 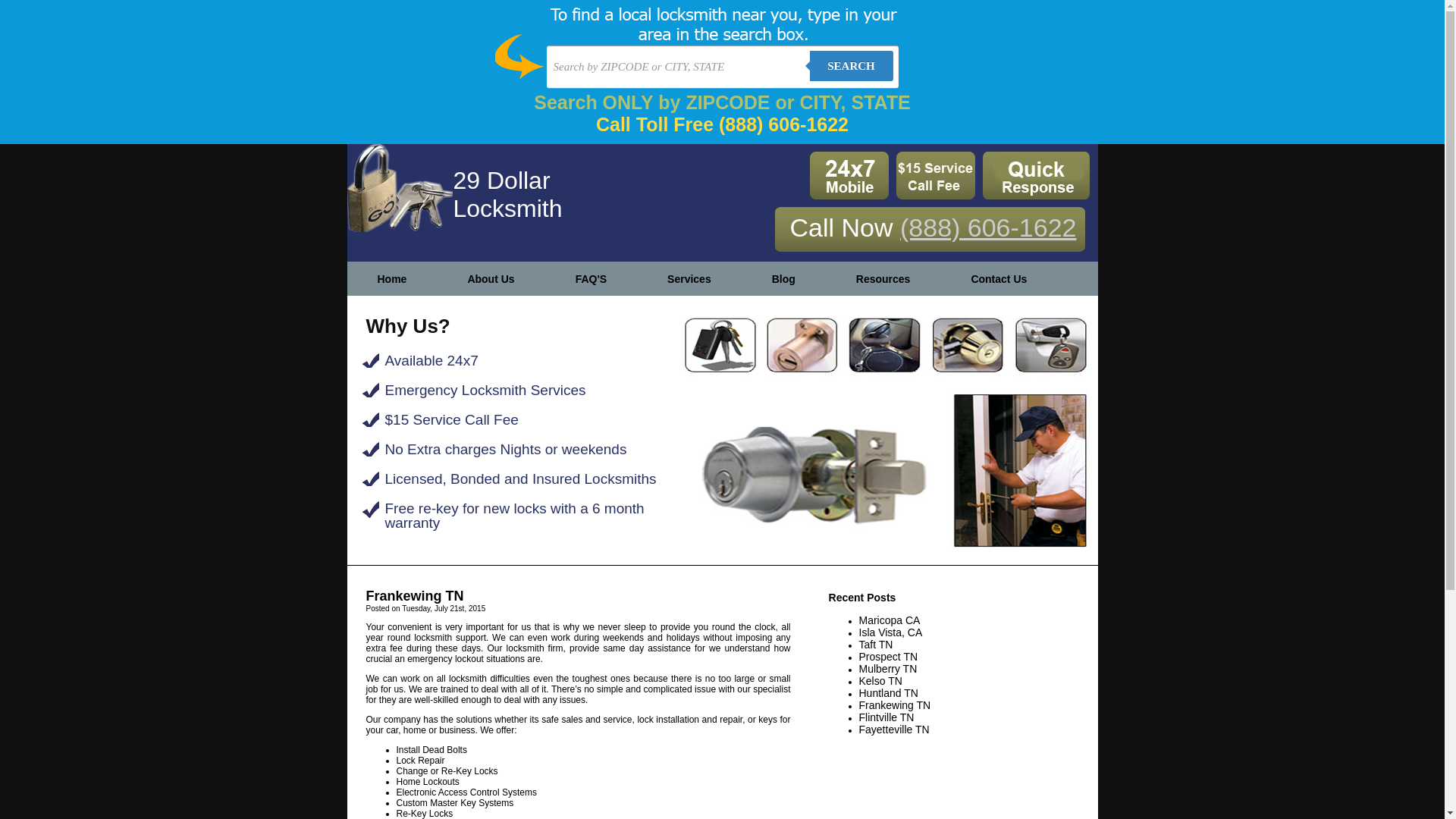 What do you see at coordinates (890, 632) in the screenshot?
I see `'Isla Vista, CA'` at bounding box center [890, 632].